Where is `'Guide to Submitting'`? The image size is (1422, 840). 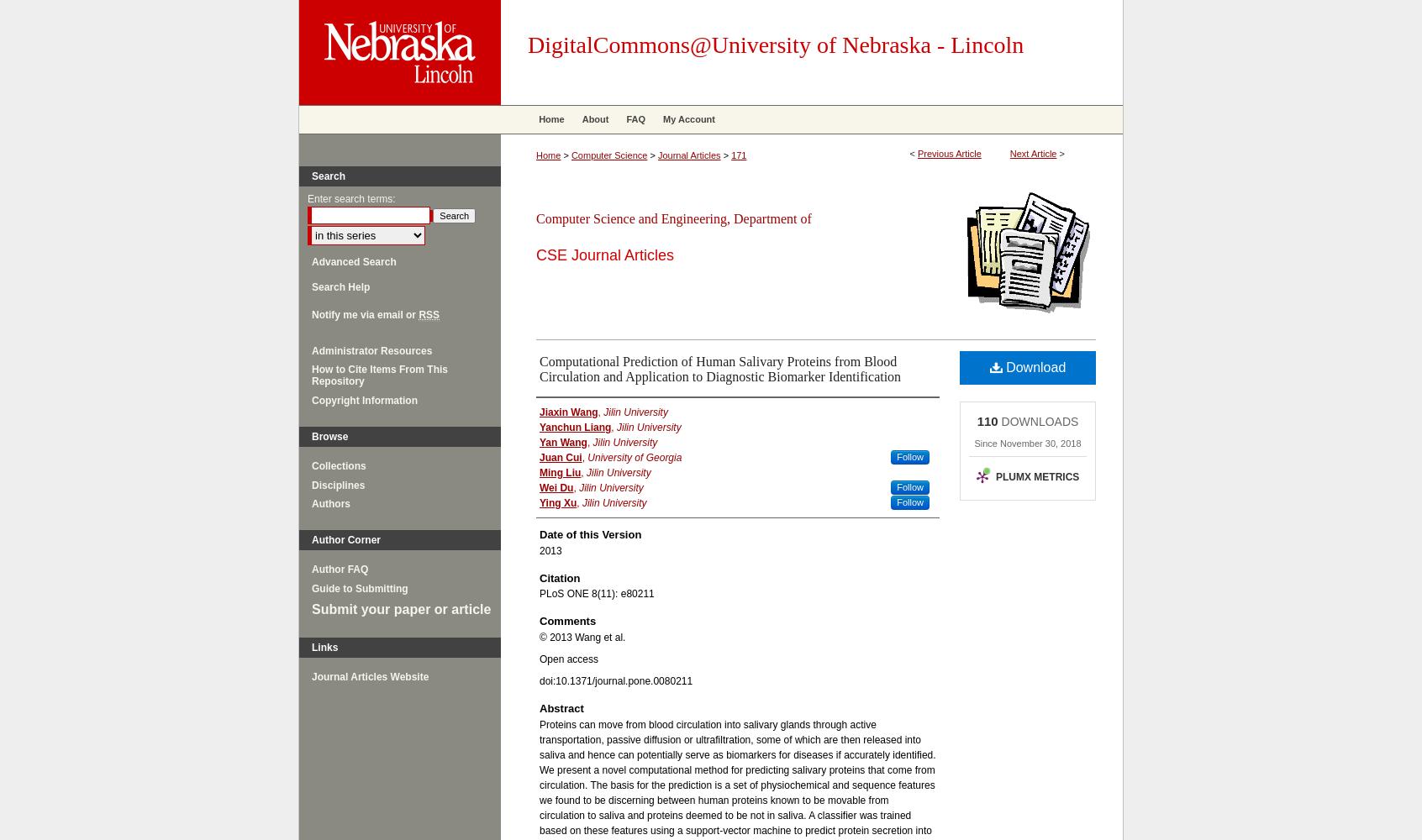
'Guide to Submitting' is located at coordinates (359, 587).